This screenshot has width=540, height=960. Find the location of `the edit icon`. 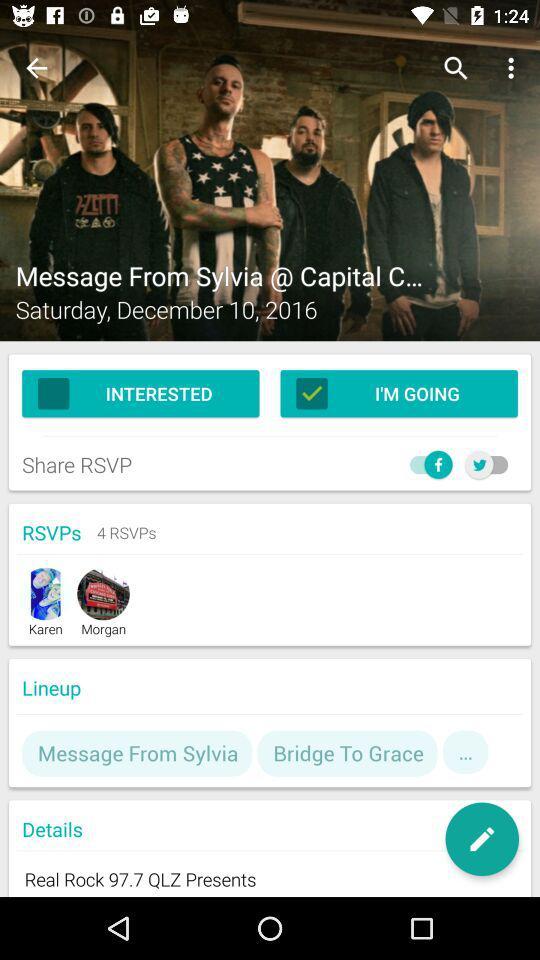

the edit icon is located at coordinates (481, 839).